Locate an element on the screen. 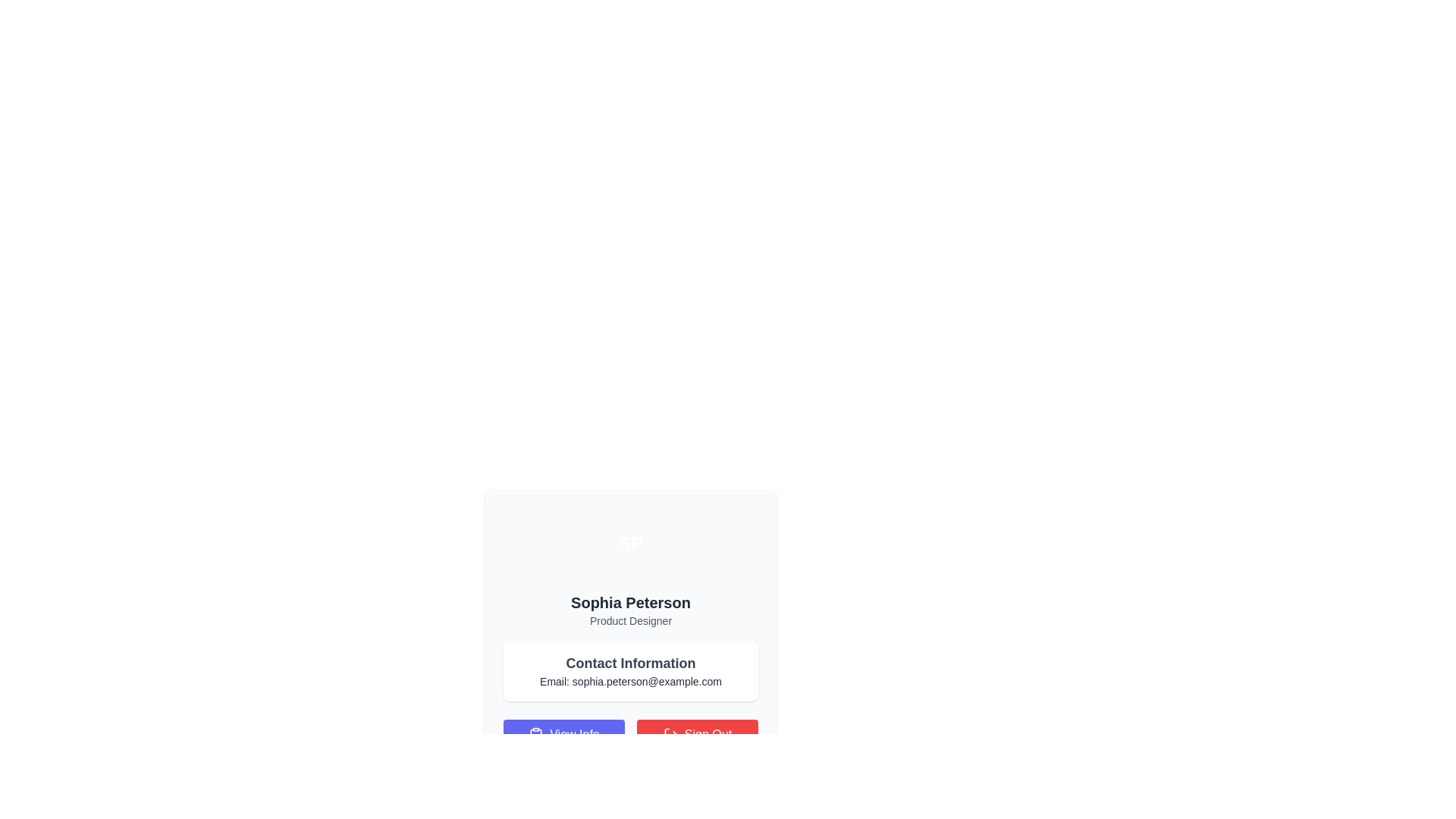  the text label 'Product Designer' which is styled with a smaller font size and gray color, located beneath the name 'Sophia Peterson' in the profile card is located at coordinates (630, 620).